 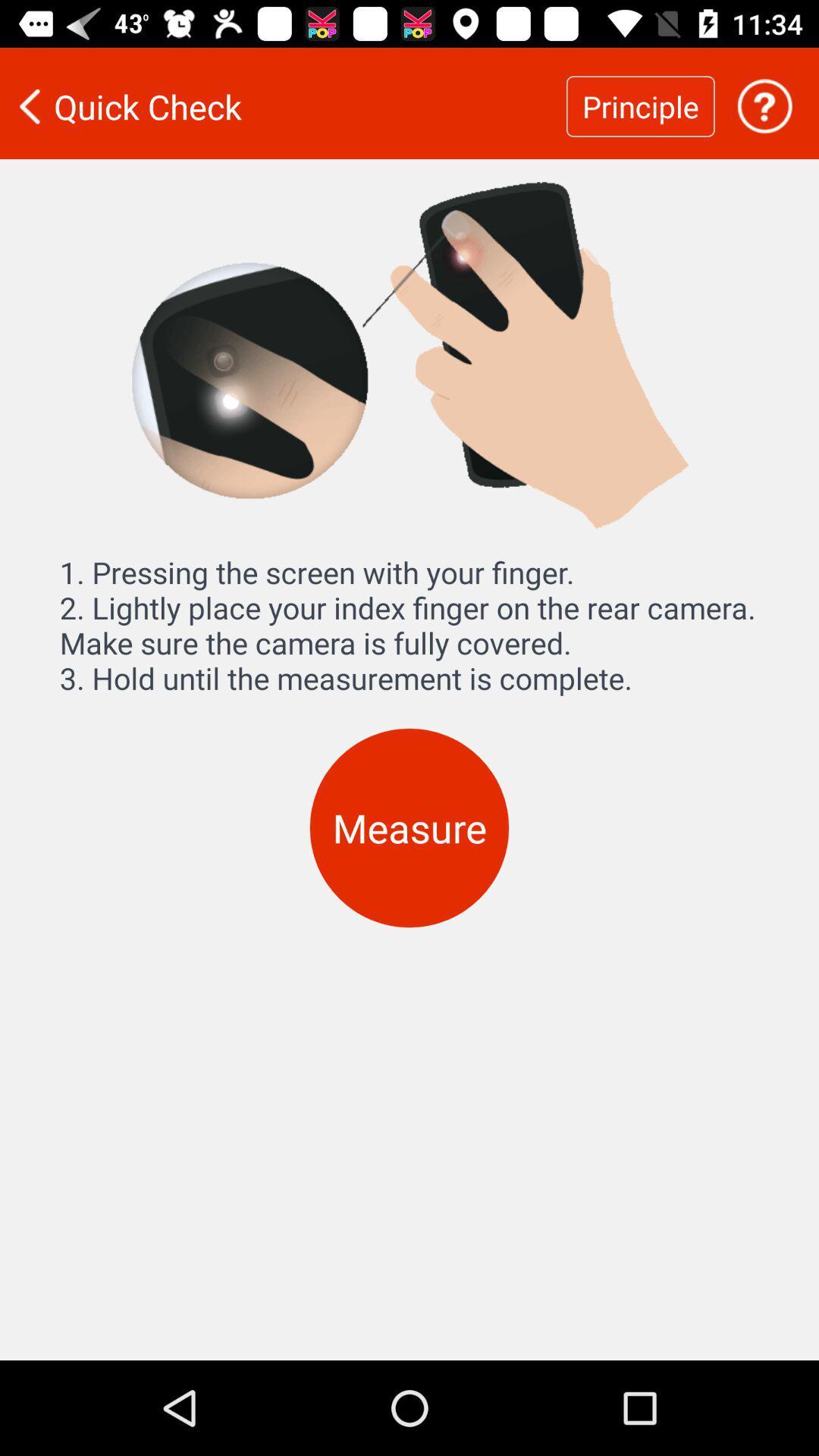 I want to click on the item next to the quick check item, so click(x=640, y=105).